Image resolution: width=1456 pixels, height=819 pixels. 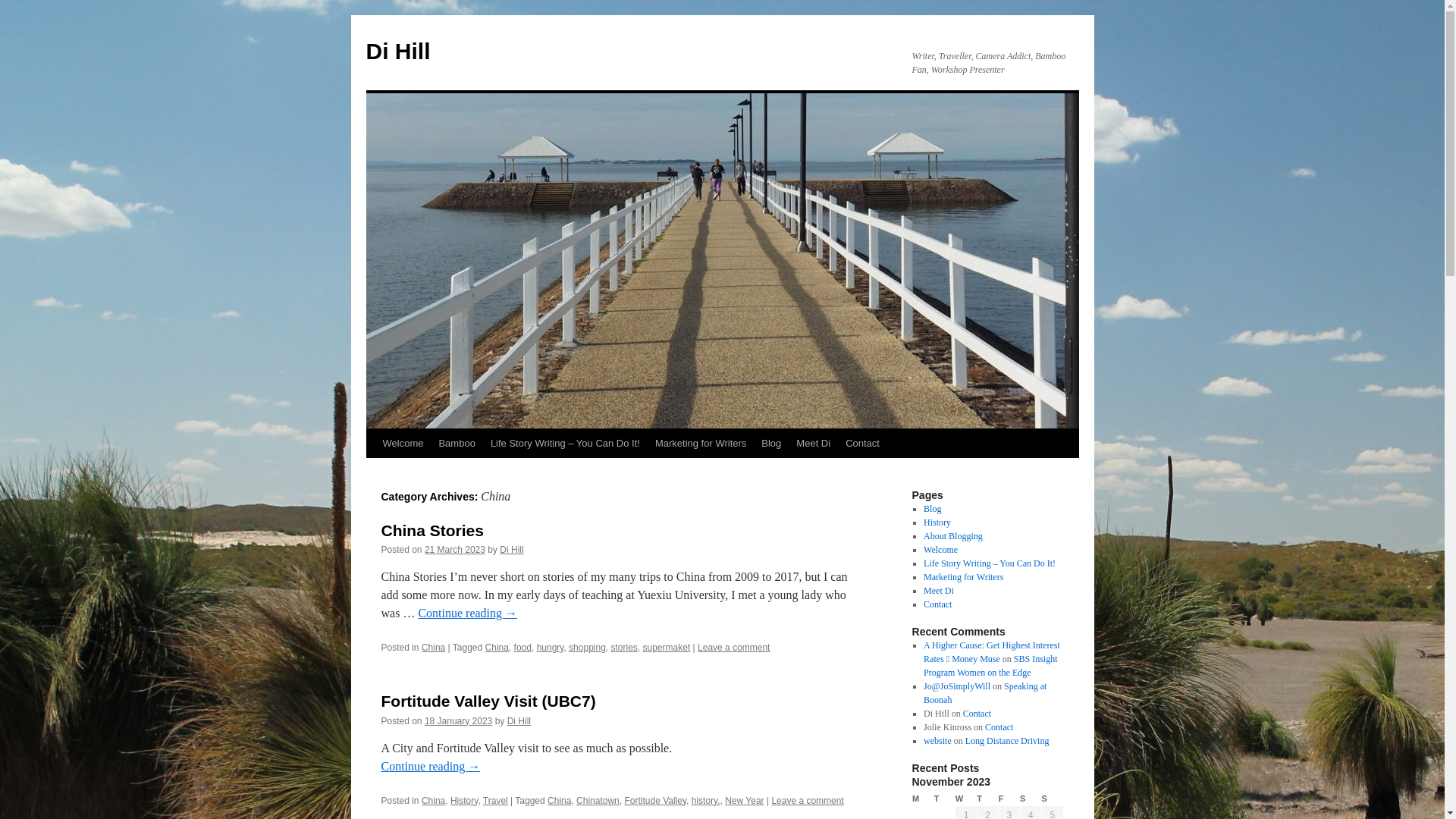 I want to click on 'History', so click(x=463, y=800).